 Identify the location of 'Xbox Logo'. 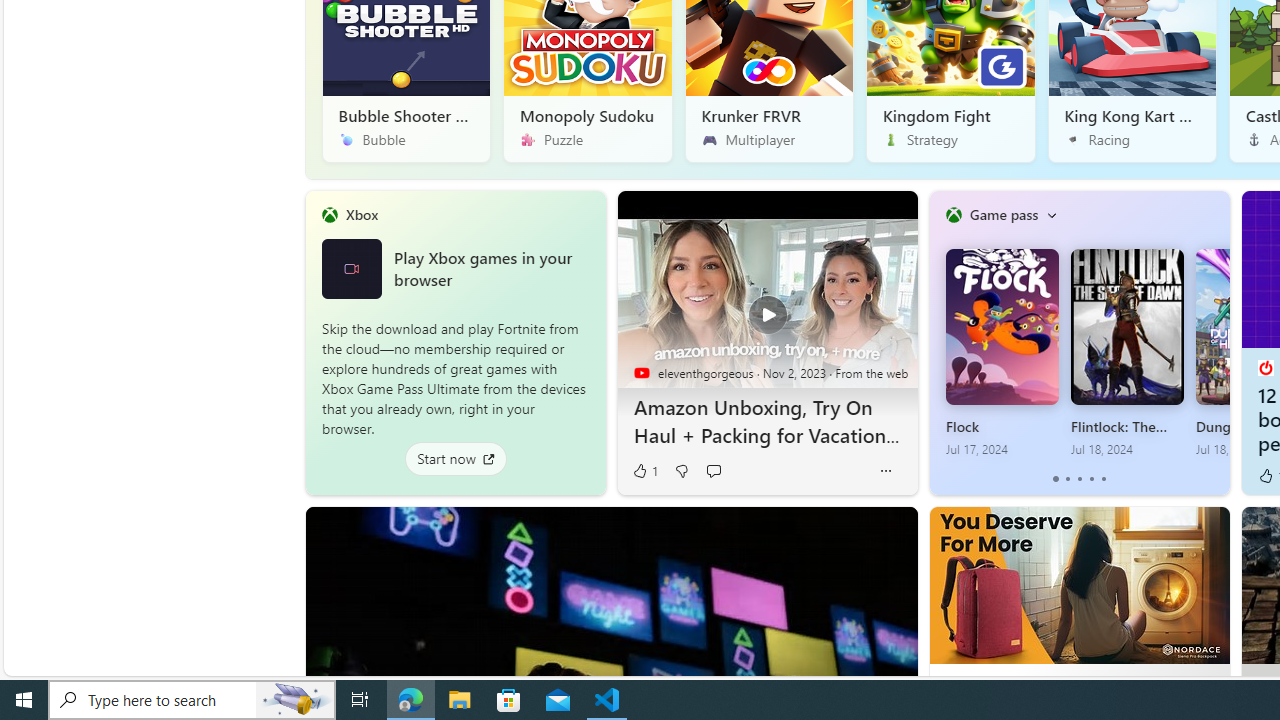
(351, 267).